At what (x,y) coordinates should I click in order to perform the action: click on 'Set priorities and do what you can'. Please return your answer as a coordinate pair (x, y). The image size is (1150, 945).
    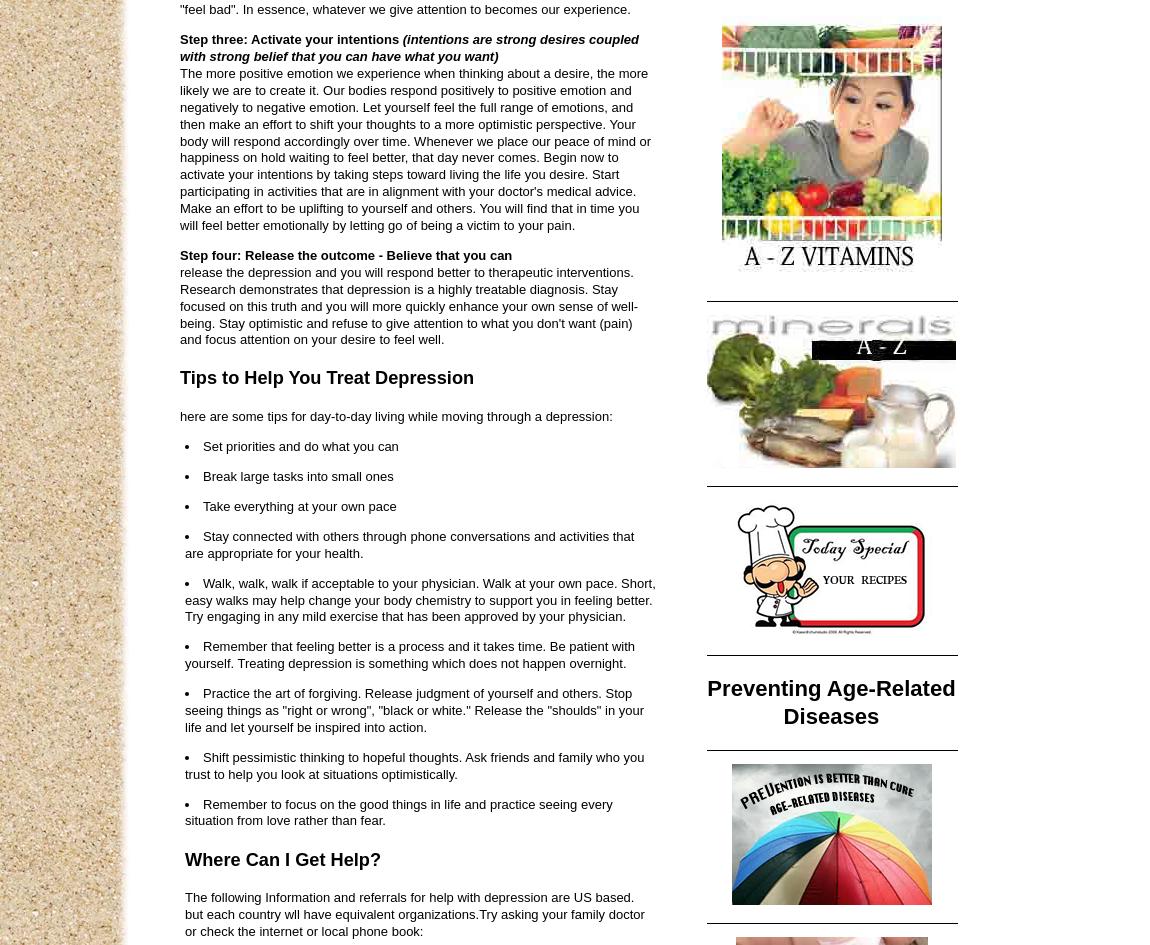
    Looking at the image, I should click on (300, 446).